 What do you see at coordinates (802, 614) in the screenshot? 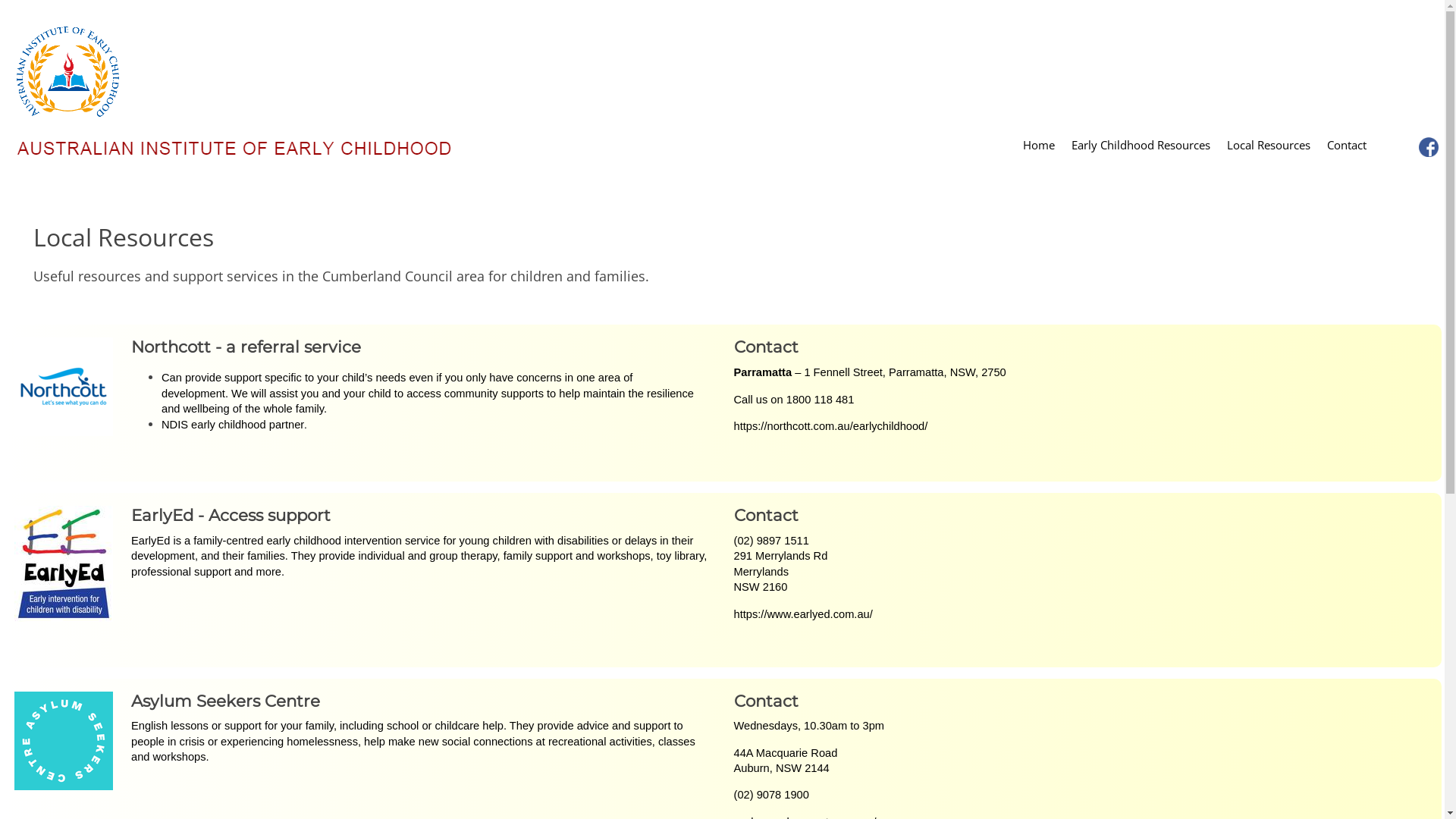
I see `'https://www.earlyed.com.au/'` at bounding box center [802, 614].